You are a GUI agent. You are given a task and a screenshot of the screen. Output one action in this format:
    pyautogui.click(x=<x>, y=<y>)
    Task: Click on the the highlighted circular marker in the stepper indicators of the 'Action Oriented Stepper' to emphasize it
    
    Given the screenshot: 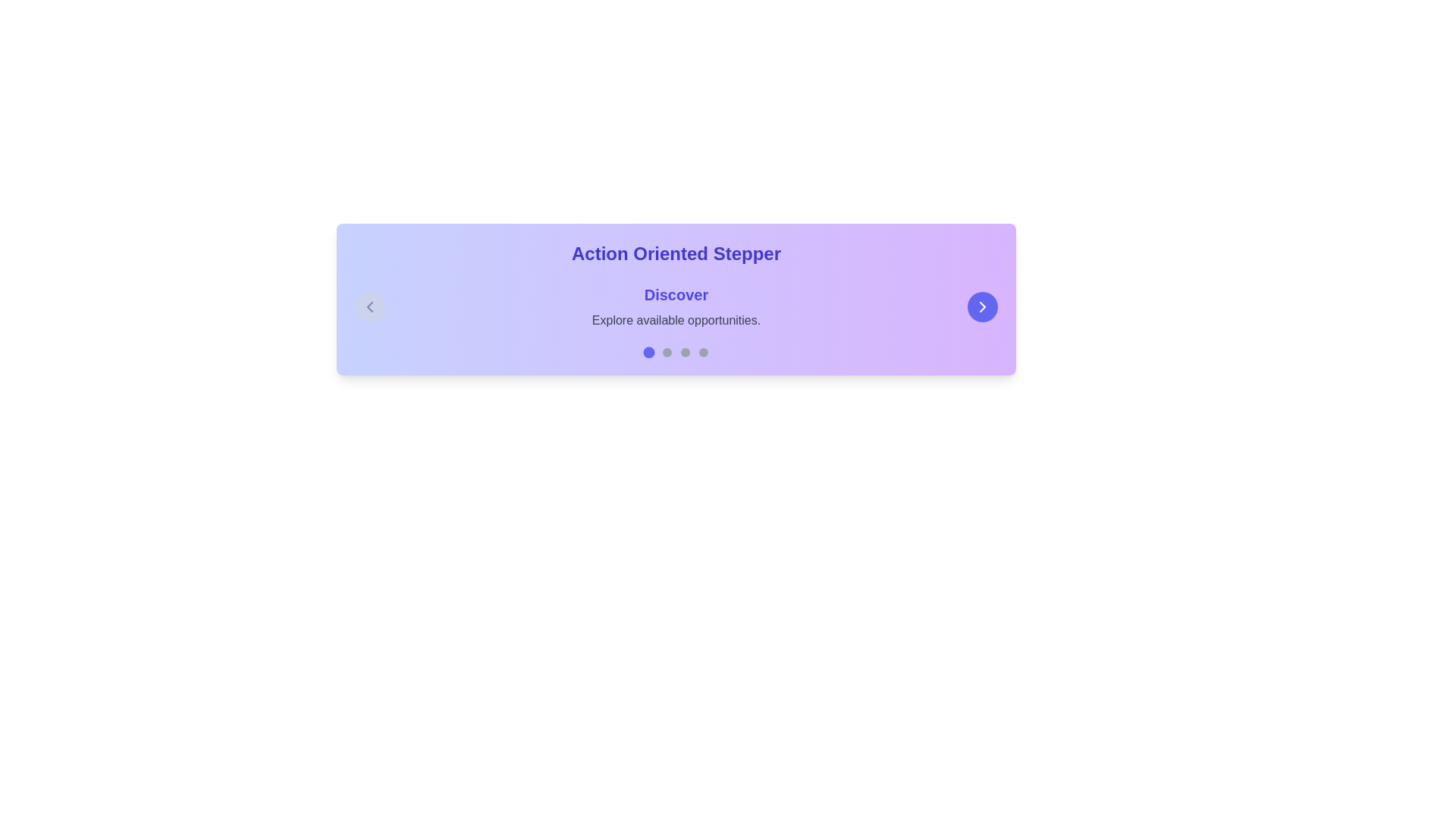 What is the action you would take?
    pyautogui.click(x=676, y=353)
    